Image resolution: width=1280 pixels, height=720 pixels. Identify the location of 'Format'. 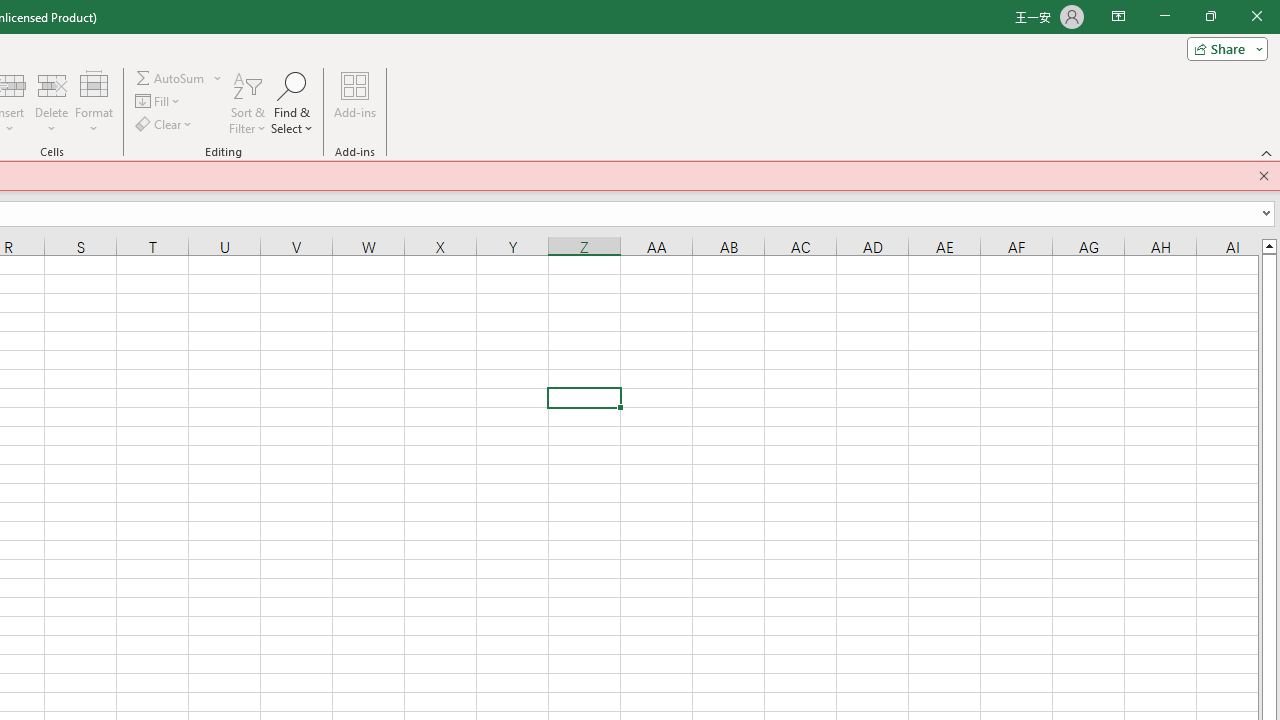
(93, 103).